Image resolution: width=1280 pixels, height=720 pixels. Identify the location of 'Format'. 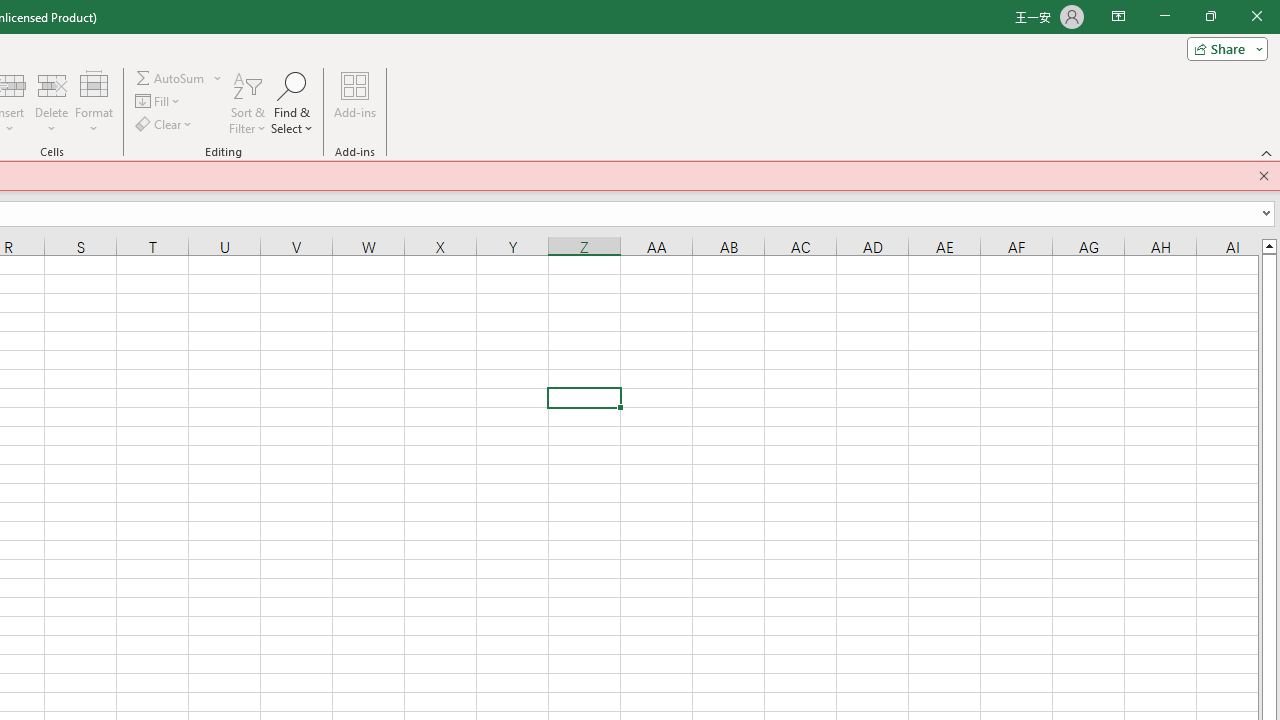
(93, 103).